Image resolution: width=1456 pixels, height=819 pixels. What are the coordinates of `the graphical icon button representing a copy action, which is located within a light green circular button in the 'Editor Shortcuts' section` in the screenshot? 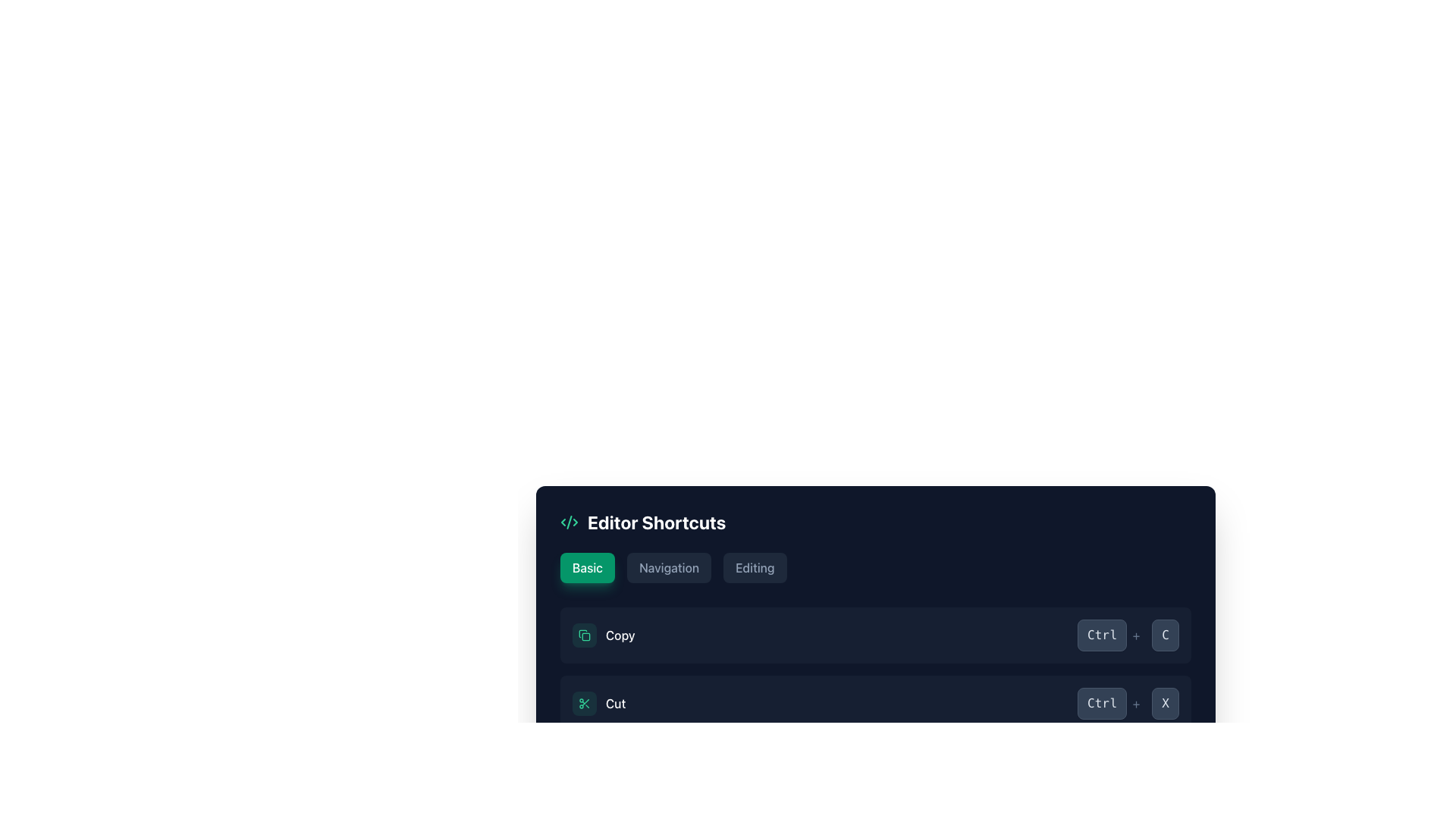 It's located at (584, 635).